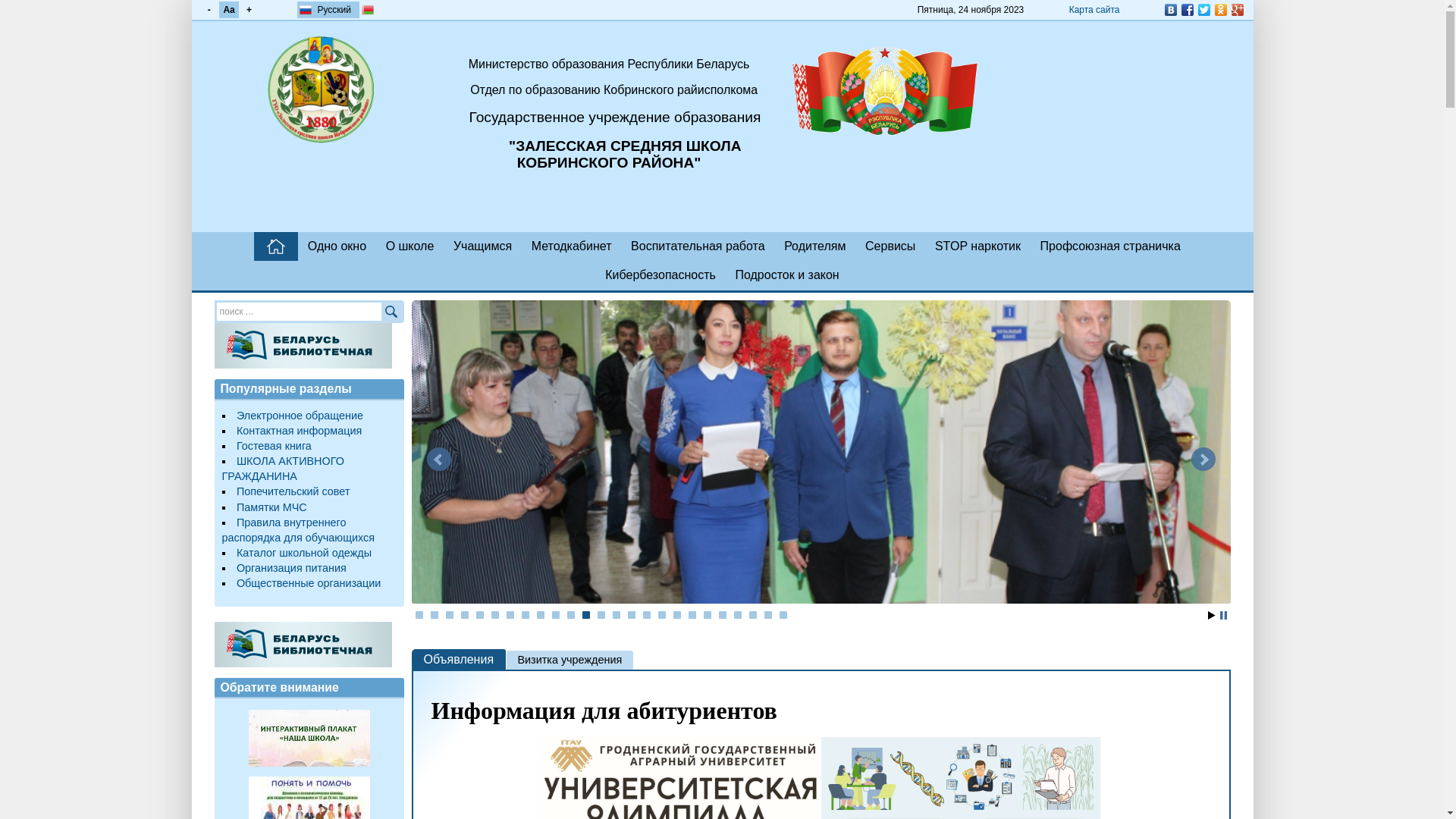 Image resolution: width=1456 pixels, height=819 pixels. Describe the element at coordinates (600, 614) in the screenshot. I see `'13'` at that location.